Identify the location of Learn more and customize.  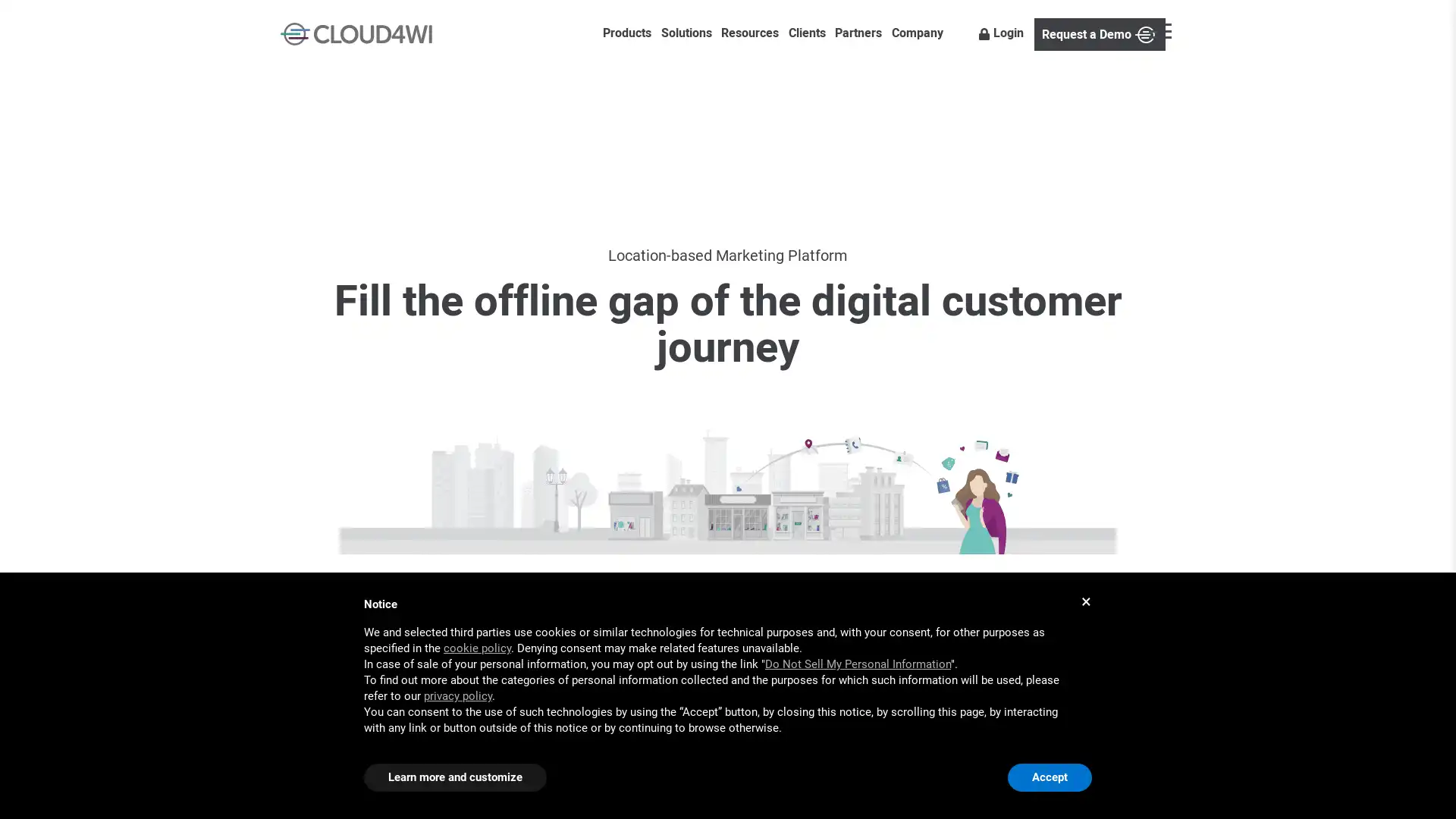
(454, 777).